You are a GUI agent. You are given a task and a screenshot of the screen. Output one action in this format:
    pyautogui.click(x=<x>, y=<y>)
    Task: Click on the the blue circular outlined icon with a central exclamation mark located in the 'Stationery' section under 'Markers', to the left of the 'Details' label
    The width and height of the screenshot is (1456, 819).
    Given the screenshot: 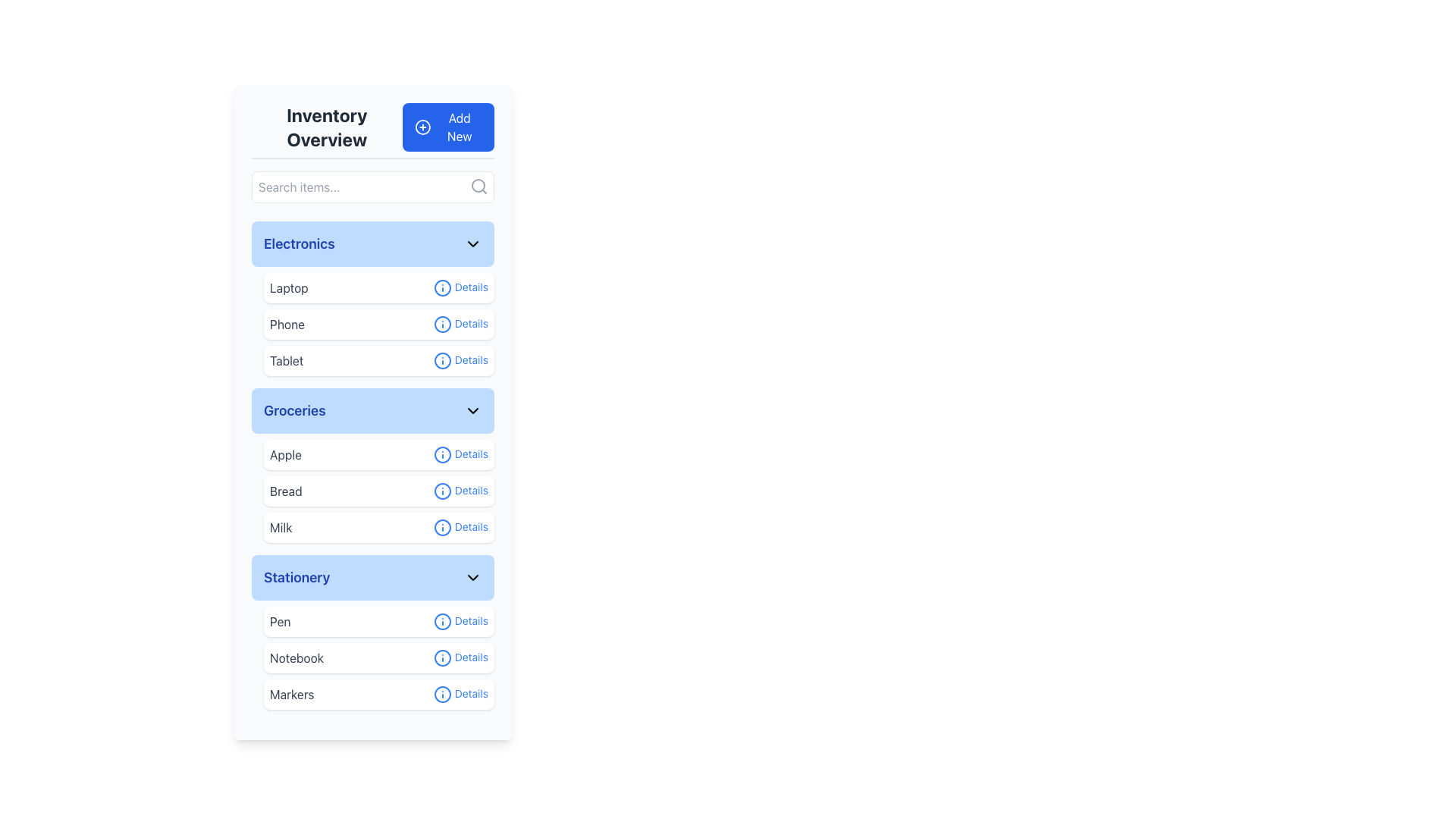 What is the action you would take?
    pyautogui.click(x=441, y=694)
    